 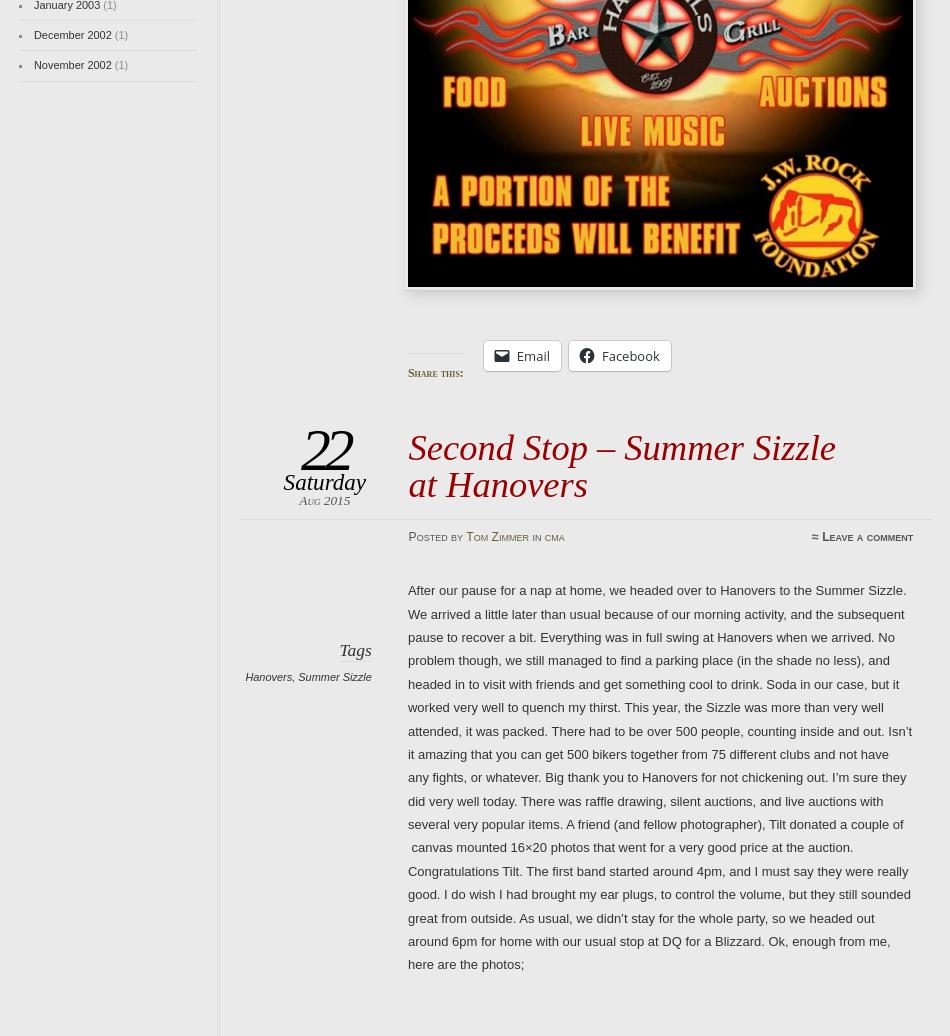 What do you see at coordinates (457, 536) in the screenshot?
I see `'by'` at bounding box center [457, 536].